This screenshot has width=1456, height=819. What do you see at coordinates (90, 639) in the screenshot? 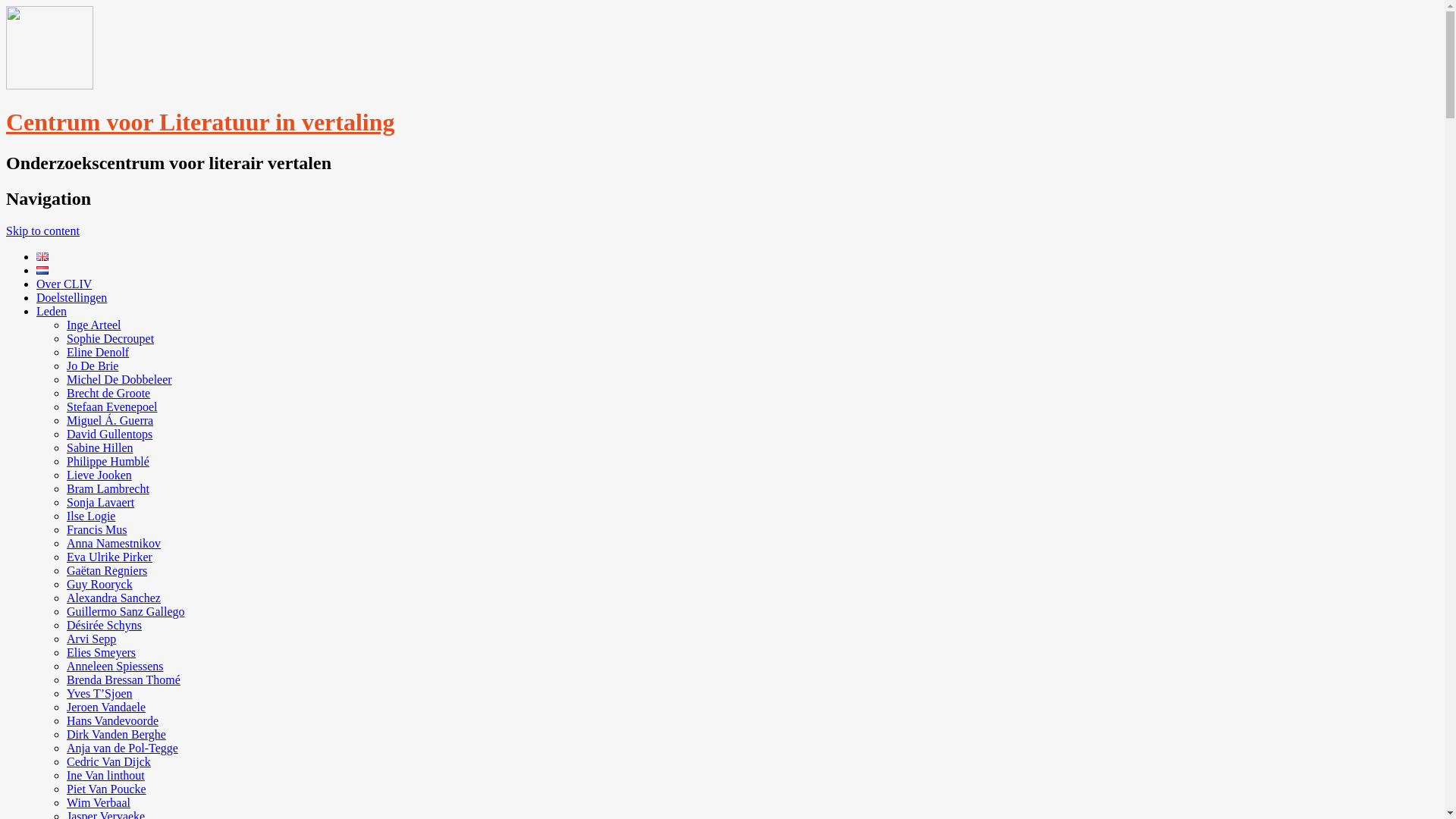
I see `'Arvi Sepp'` at bounding box center [90, 639].